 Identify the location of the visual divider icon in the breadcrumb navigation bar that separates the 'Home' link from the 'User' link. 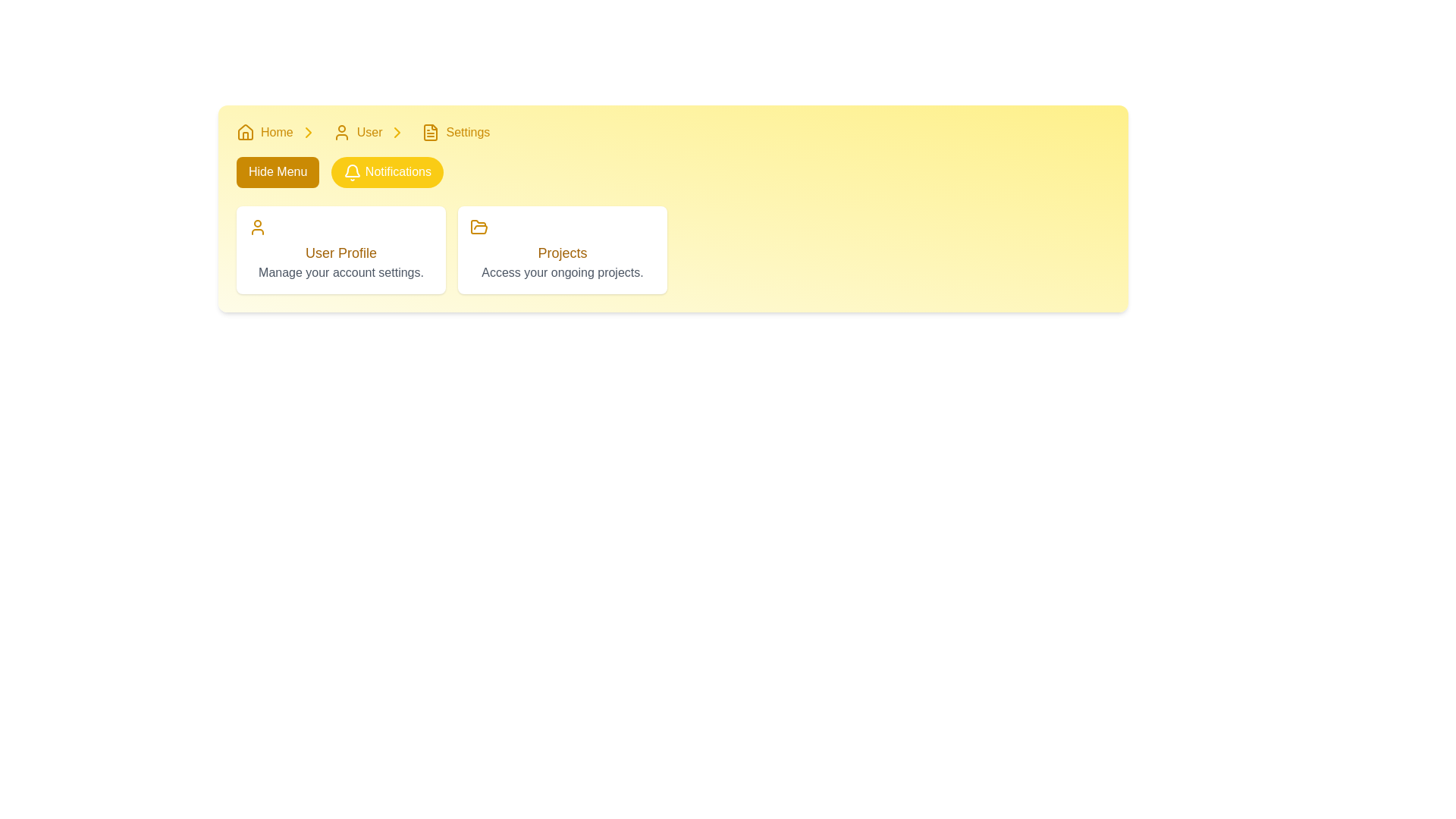
(307, 131).